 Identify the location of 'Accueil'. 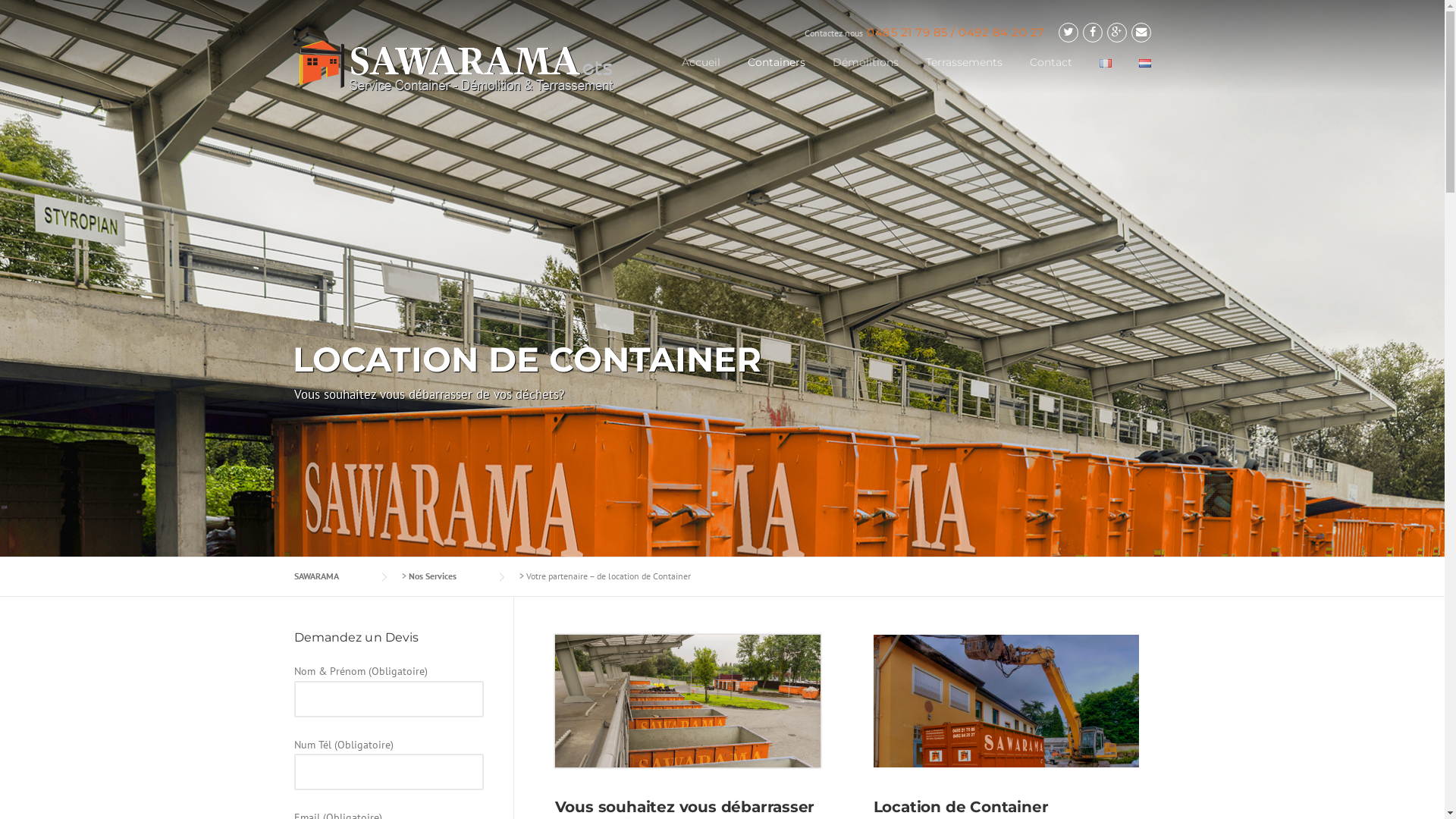
(699, 74).